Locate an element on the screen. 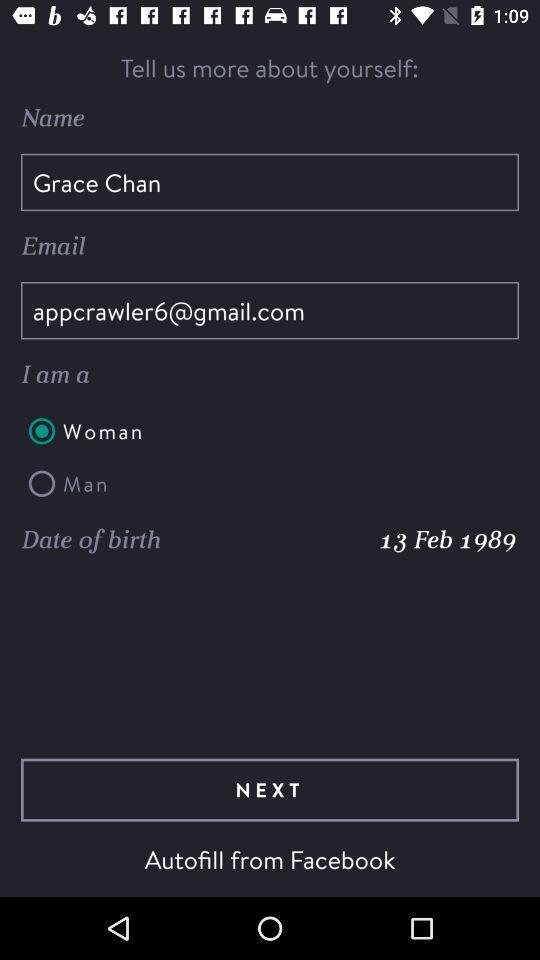  item below date of birth item is located at coordinates (270, 790).